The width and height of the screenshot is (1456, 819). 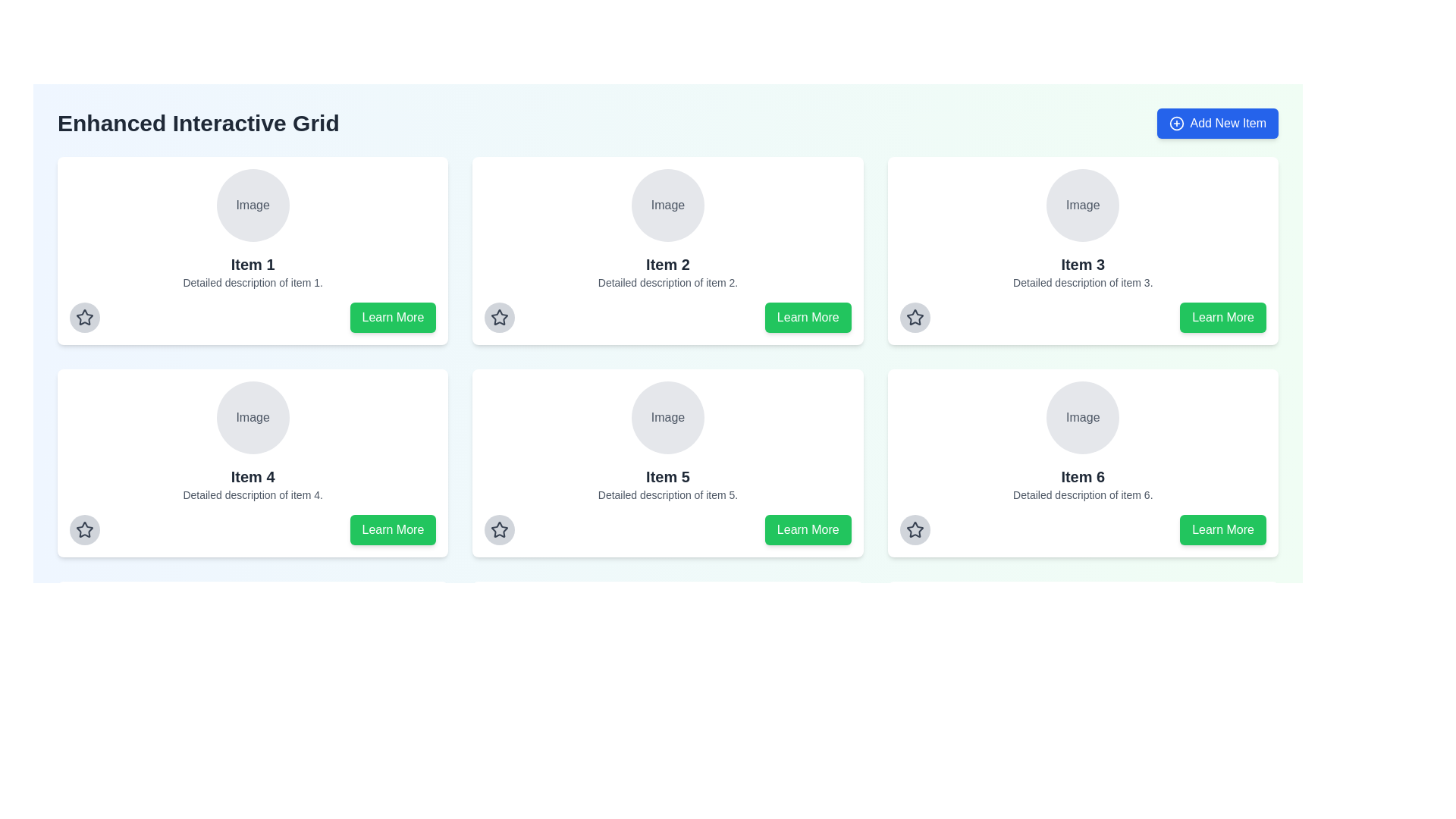 I want to click on the text label 'Item 5', which is styled with a bold and large font, located in the middle column of the second row in a card layout, positioned below an image placeholder and above a descriptive text, so click(x=667, y=475).